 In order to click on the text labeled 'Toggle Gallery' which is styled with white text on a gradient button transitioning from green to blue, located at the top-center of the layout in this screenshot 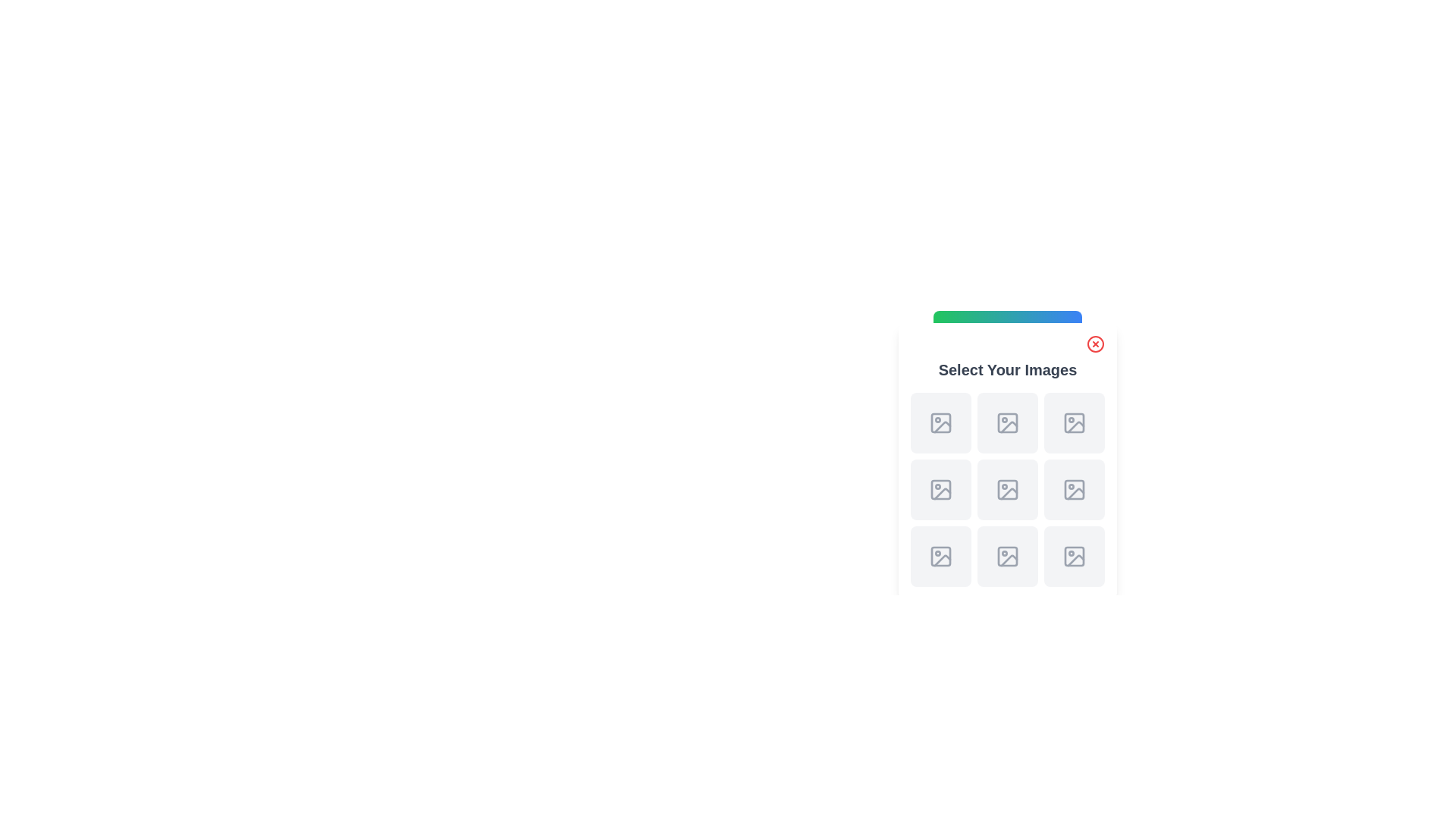, I will do `click(1019, 329)`.